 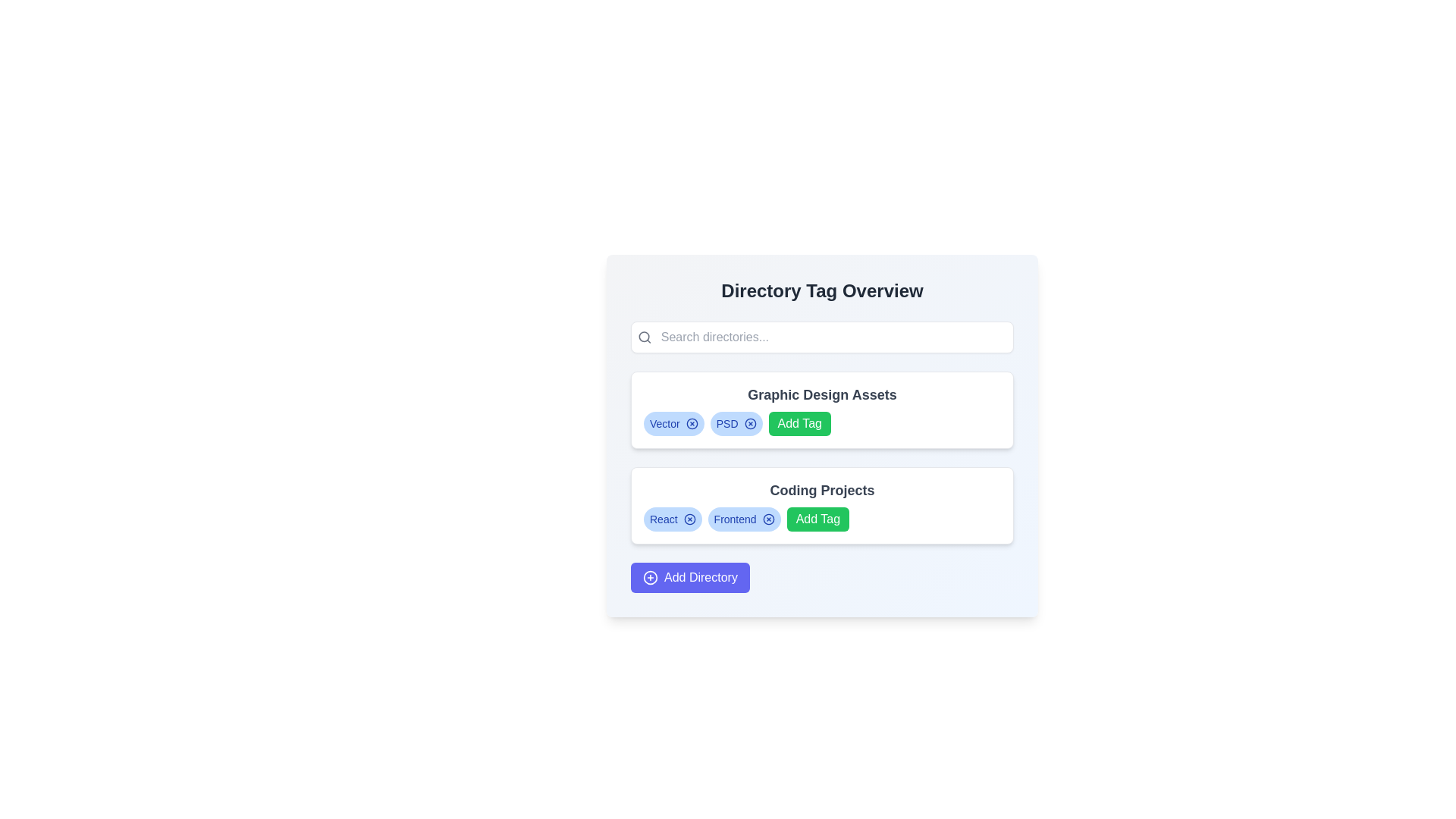 I want to click on the circular graphic element resembling a donut next to the 'React' tag in the 'Coding Projects' card, so click(x=689, y=519).